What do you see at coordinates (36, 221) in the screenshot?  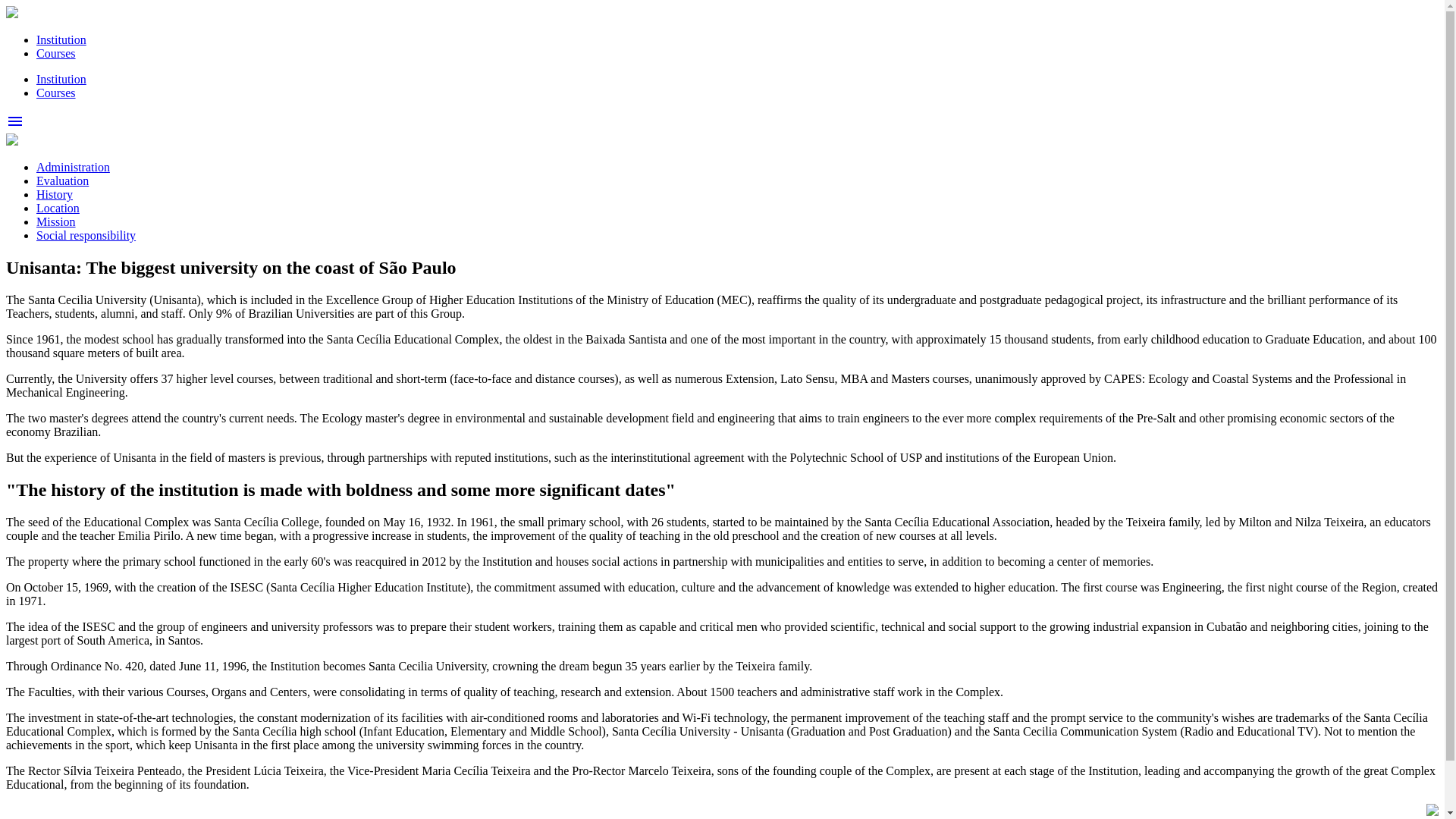 I see `'Mission'` at bounding box center [36, 221].